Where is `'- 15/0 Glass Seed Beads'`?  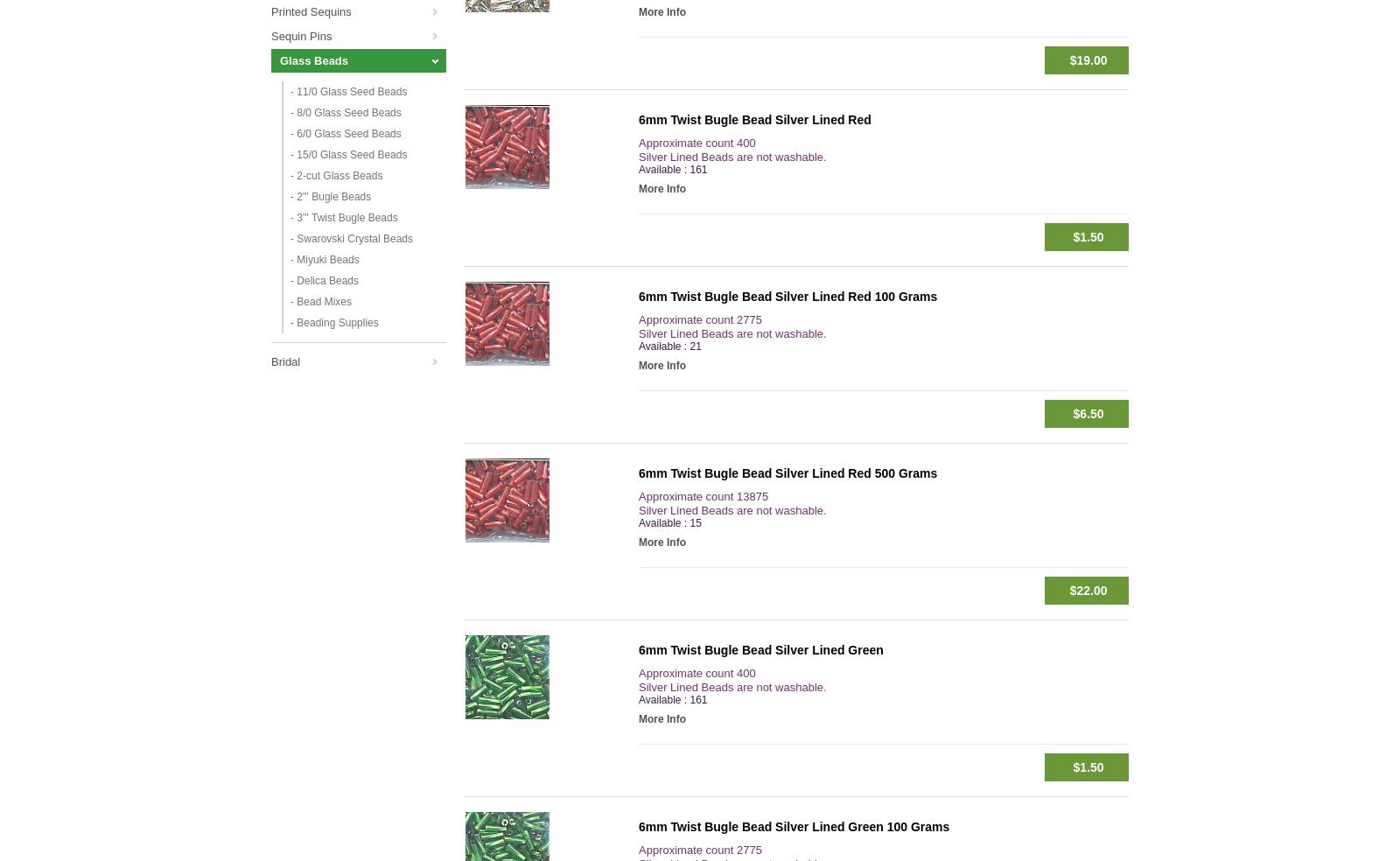
'- 15/0 Glass Seed Beads' is located at coordinates (348, 155).